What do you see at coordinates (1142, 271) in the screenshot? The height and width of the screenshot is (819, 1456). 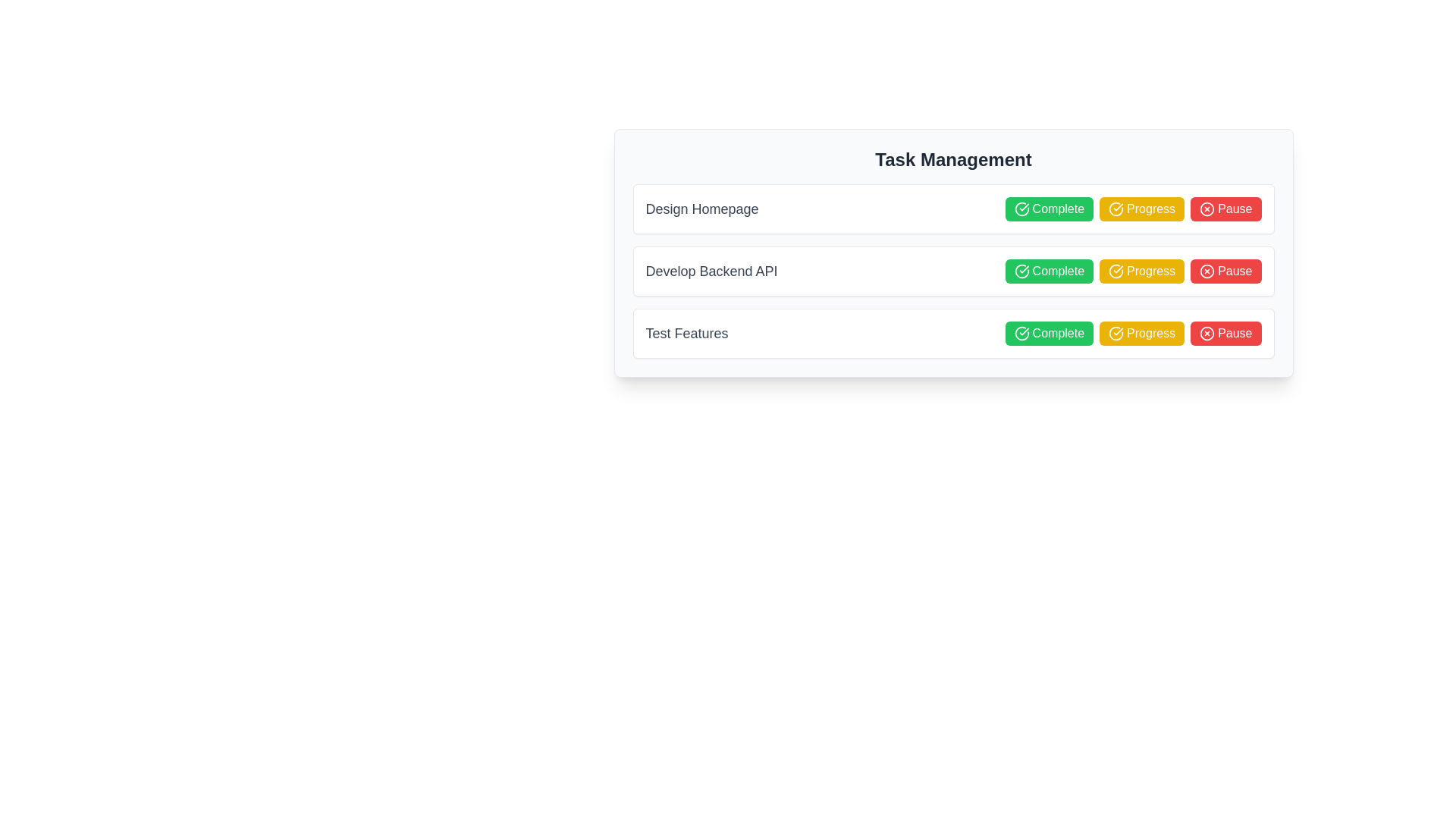 I see `the 'Progress' button in the 'Task Management' section` at bounding box center [1142, 271].